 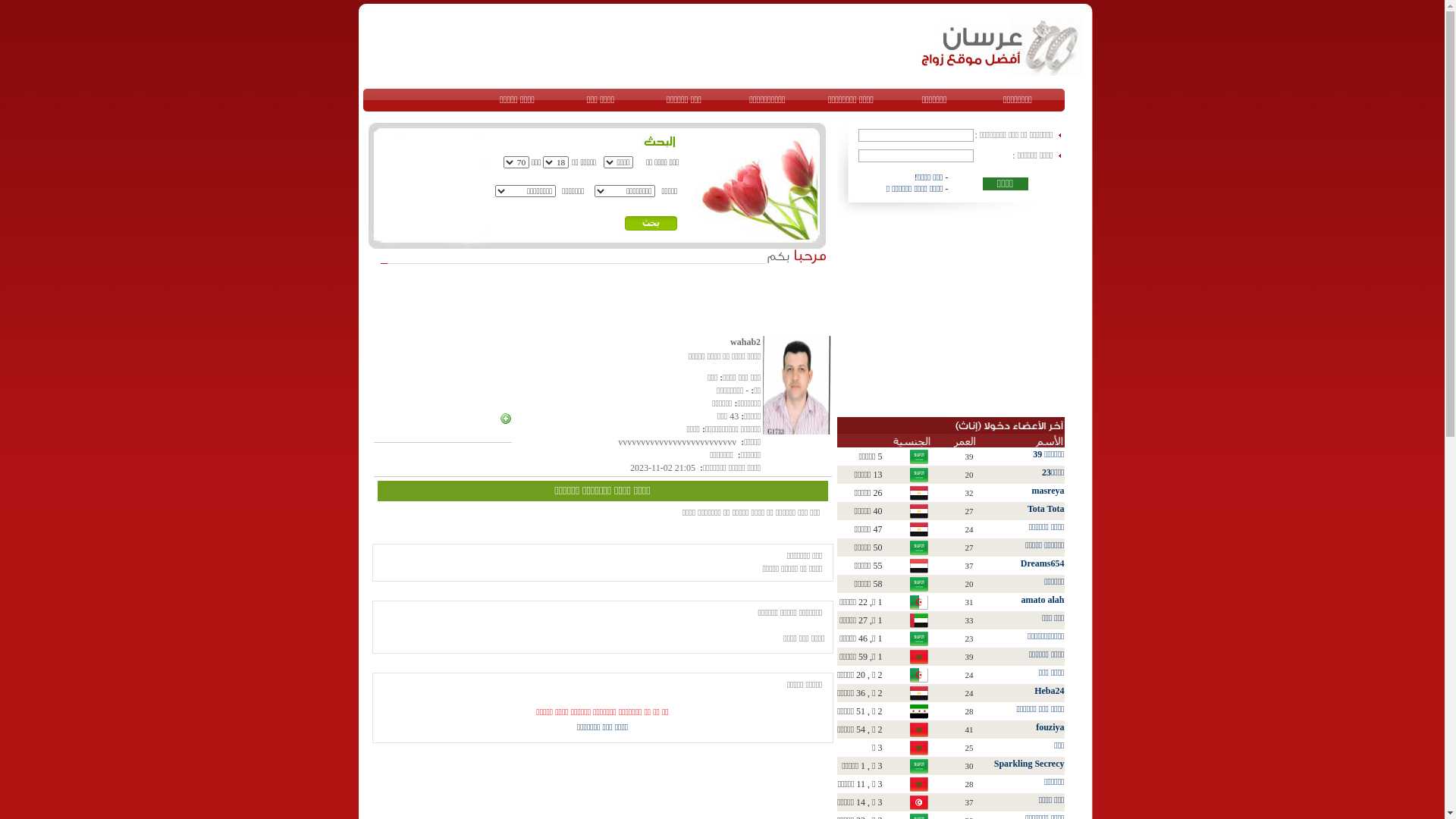 What do you see at coordinates (548, 300) in the screenshot?
I see `'Advertisement'` at bounding box center [548, 300].